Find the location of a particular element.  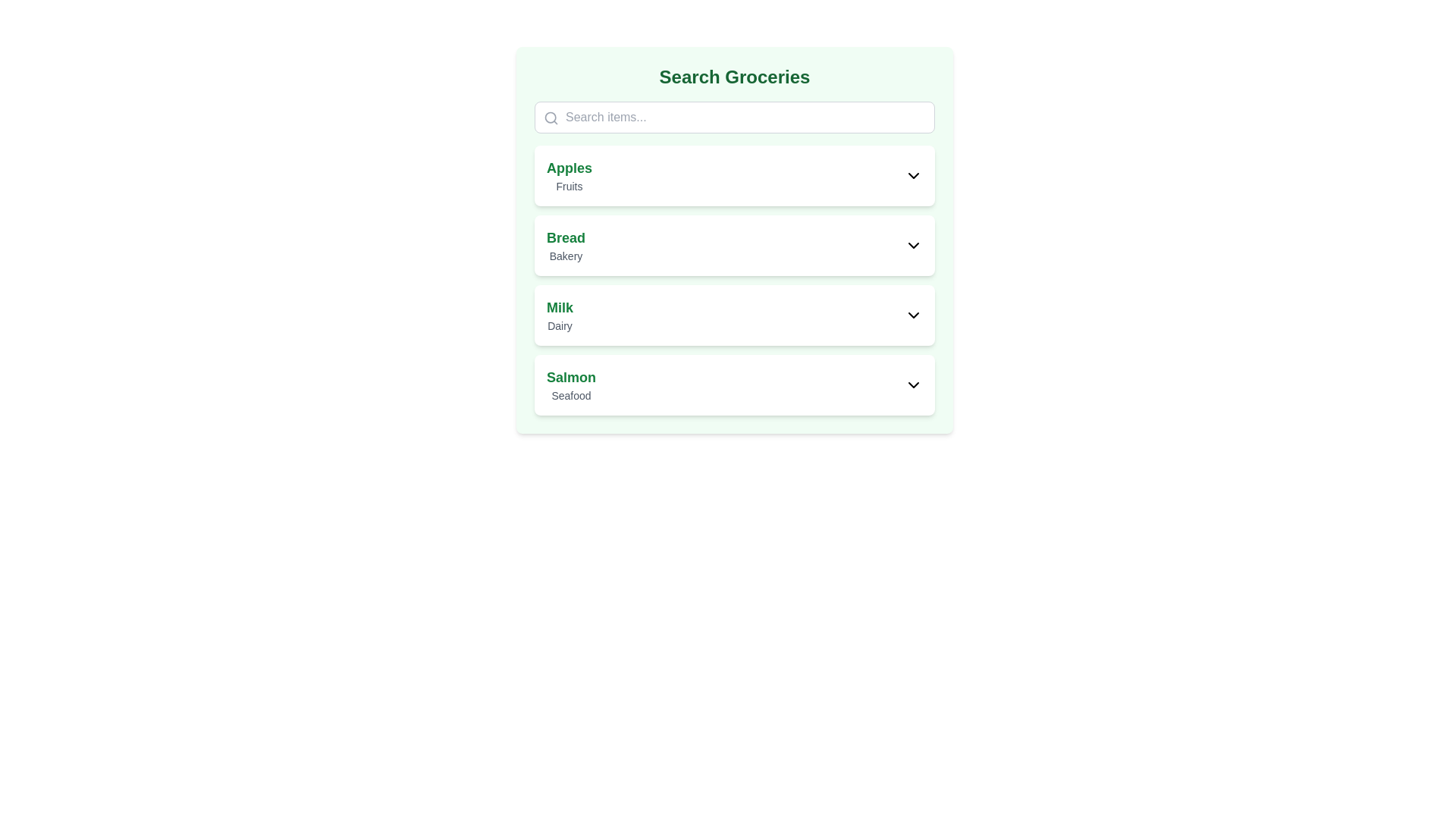

the bold green text labeled 'Bread', which is the second item in a vertical list interface and positioned above the smaller gray text 'Bakery' is located at coordinates (565, 237).